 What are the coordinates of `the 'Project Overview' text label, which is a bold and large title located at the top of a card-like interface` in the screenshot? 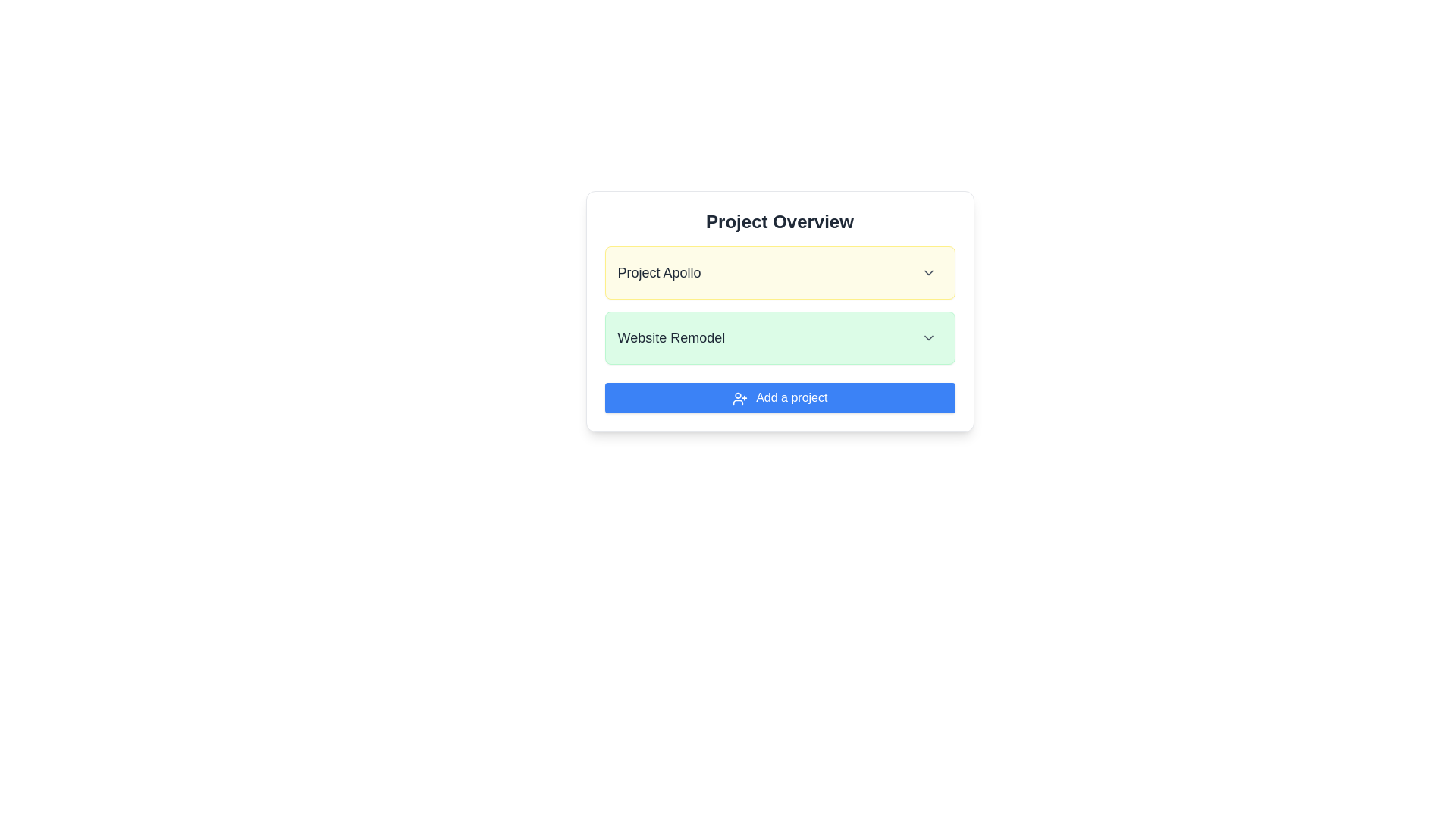 It's located at (780, 222).